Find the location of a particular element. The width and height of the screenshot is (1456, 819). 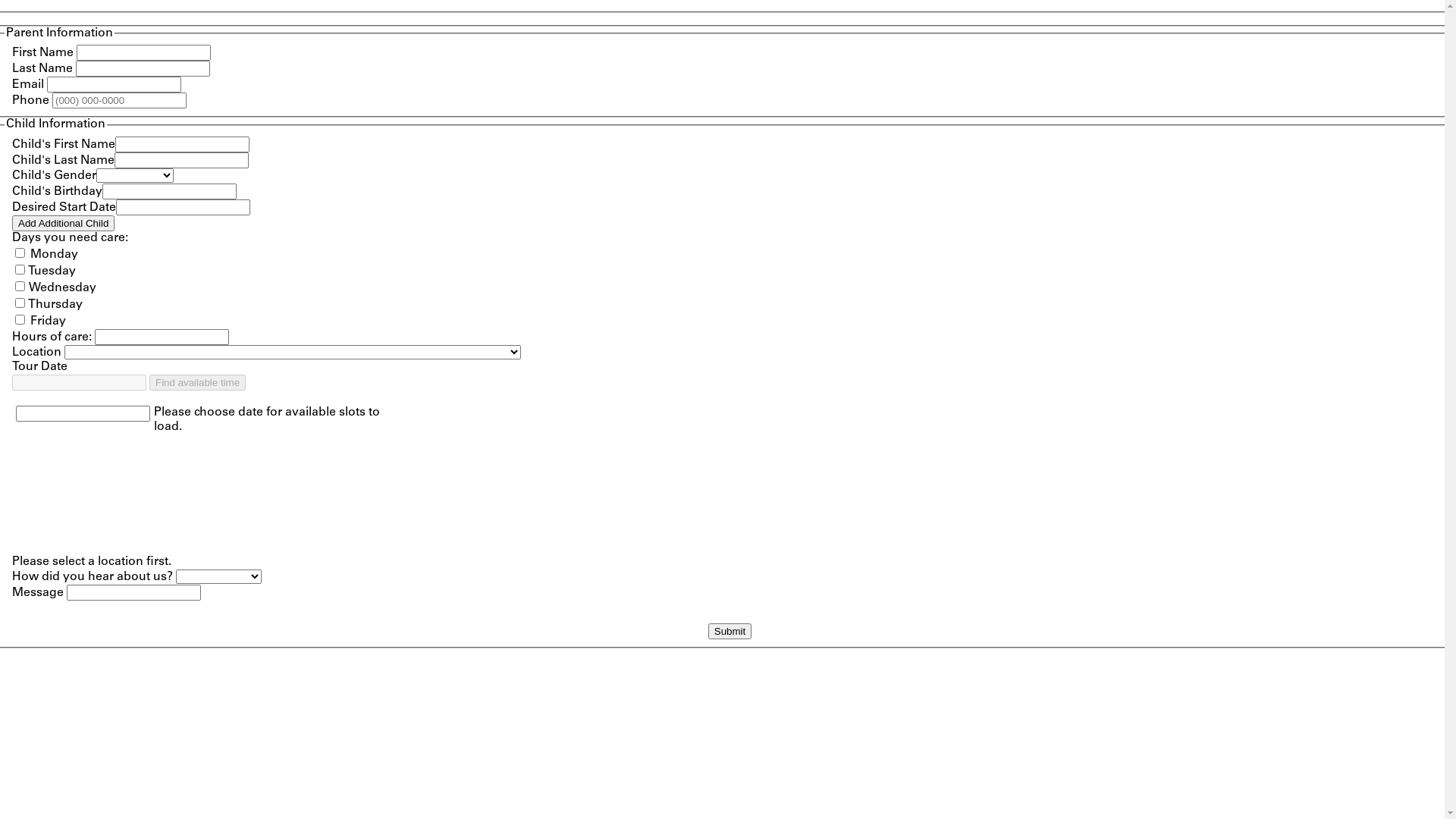

'Find available time' is located at coordinates (196, 381).